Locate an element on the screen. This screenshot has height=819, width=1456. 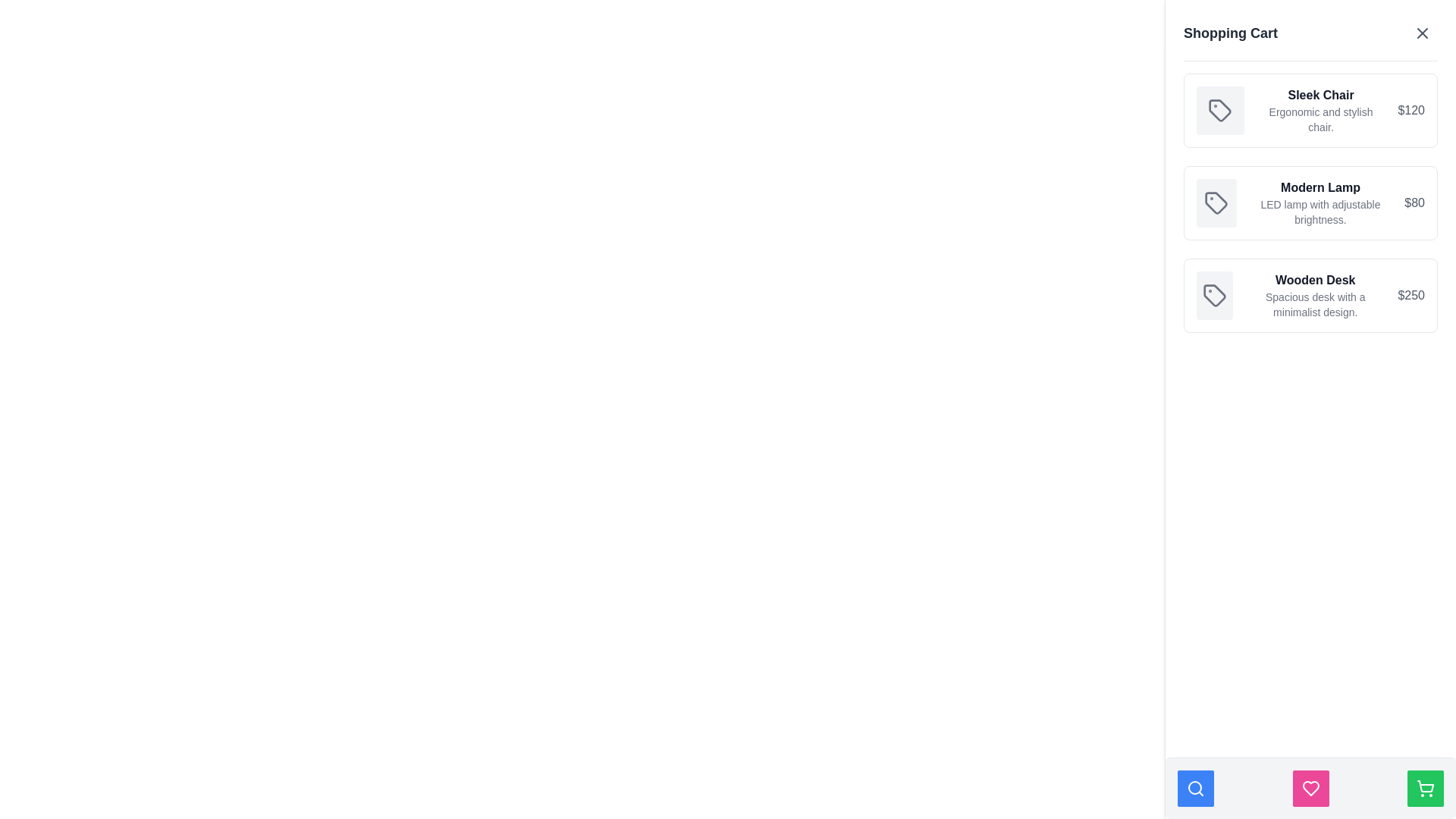
text 'Spacious desk with a minimalist design.' located below the title 'Wooden Desk' in the shopping cart section on the right side of the interface is located at coordinates (1314, 304).